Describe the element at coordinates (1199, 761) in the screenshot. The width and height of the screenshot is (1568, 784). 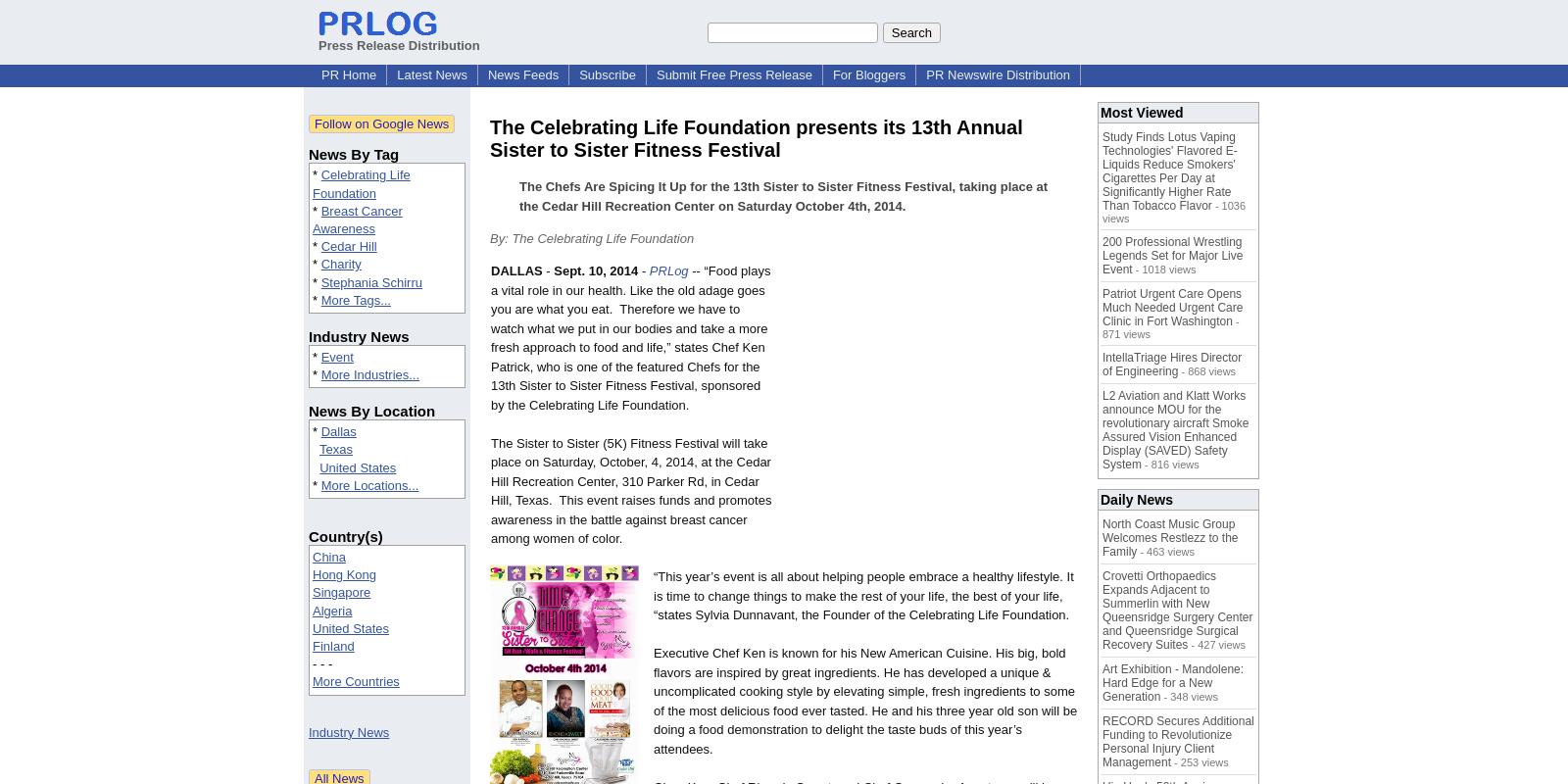
I see `'- 253 views'` at that location.